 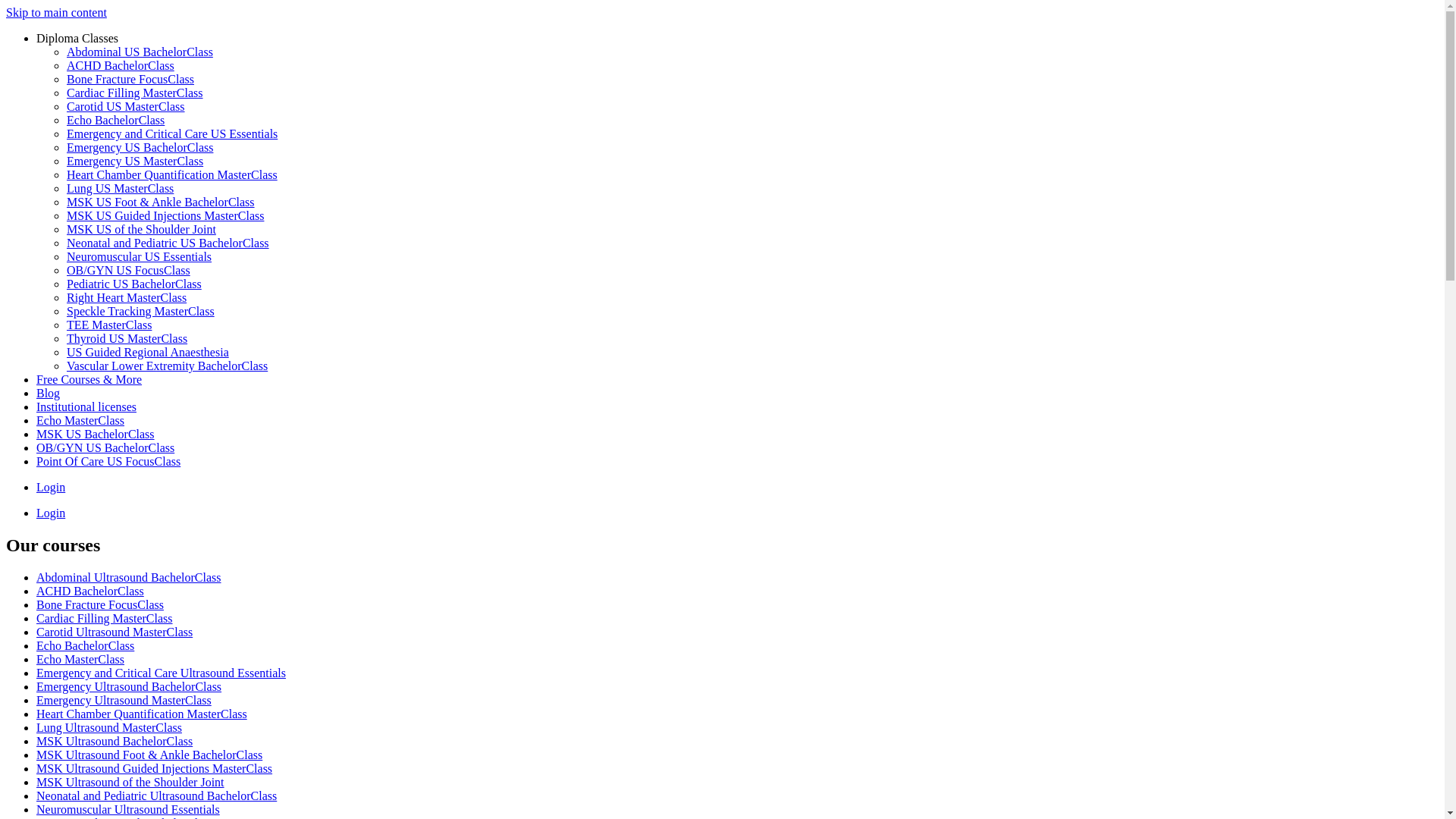 What do you see at coordinates (105, 447) in the screenshot?
I see `'OB/GYN US BachelorClass'` at bounding box center [105, 447].